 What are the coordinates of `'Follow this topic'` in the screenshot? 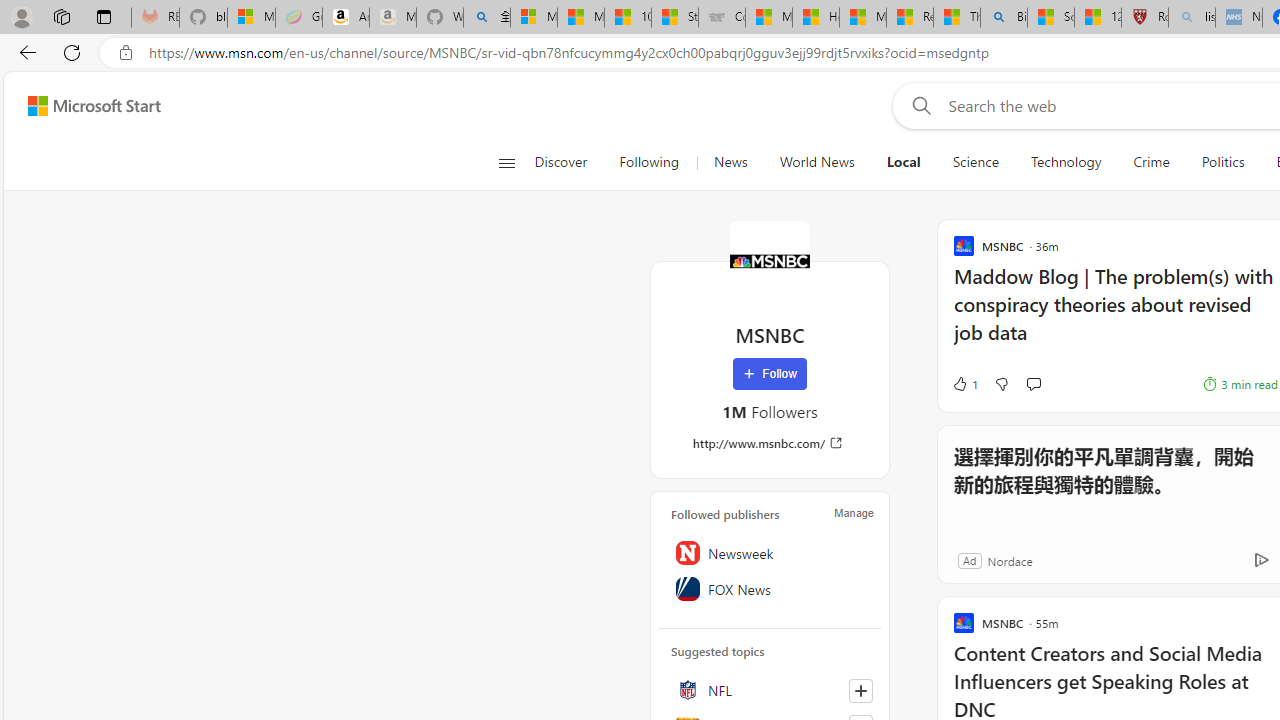 It's located at (860, 689).